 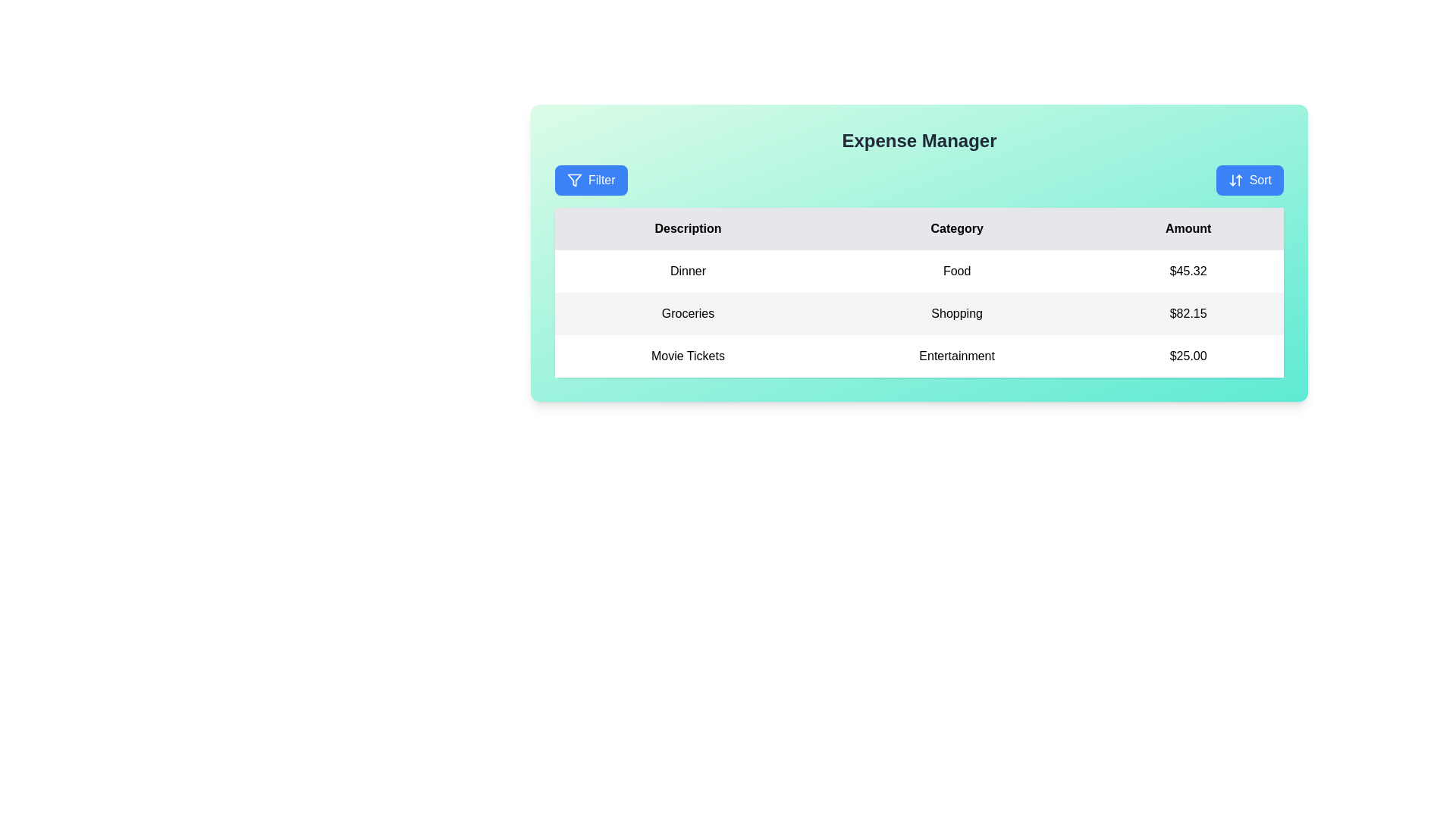 I want to click on the text label displaying 'Description' in the table header, which is styled with a bold font on a gray background, so click(x=687, y=228).